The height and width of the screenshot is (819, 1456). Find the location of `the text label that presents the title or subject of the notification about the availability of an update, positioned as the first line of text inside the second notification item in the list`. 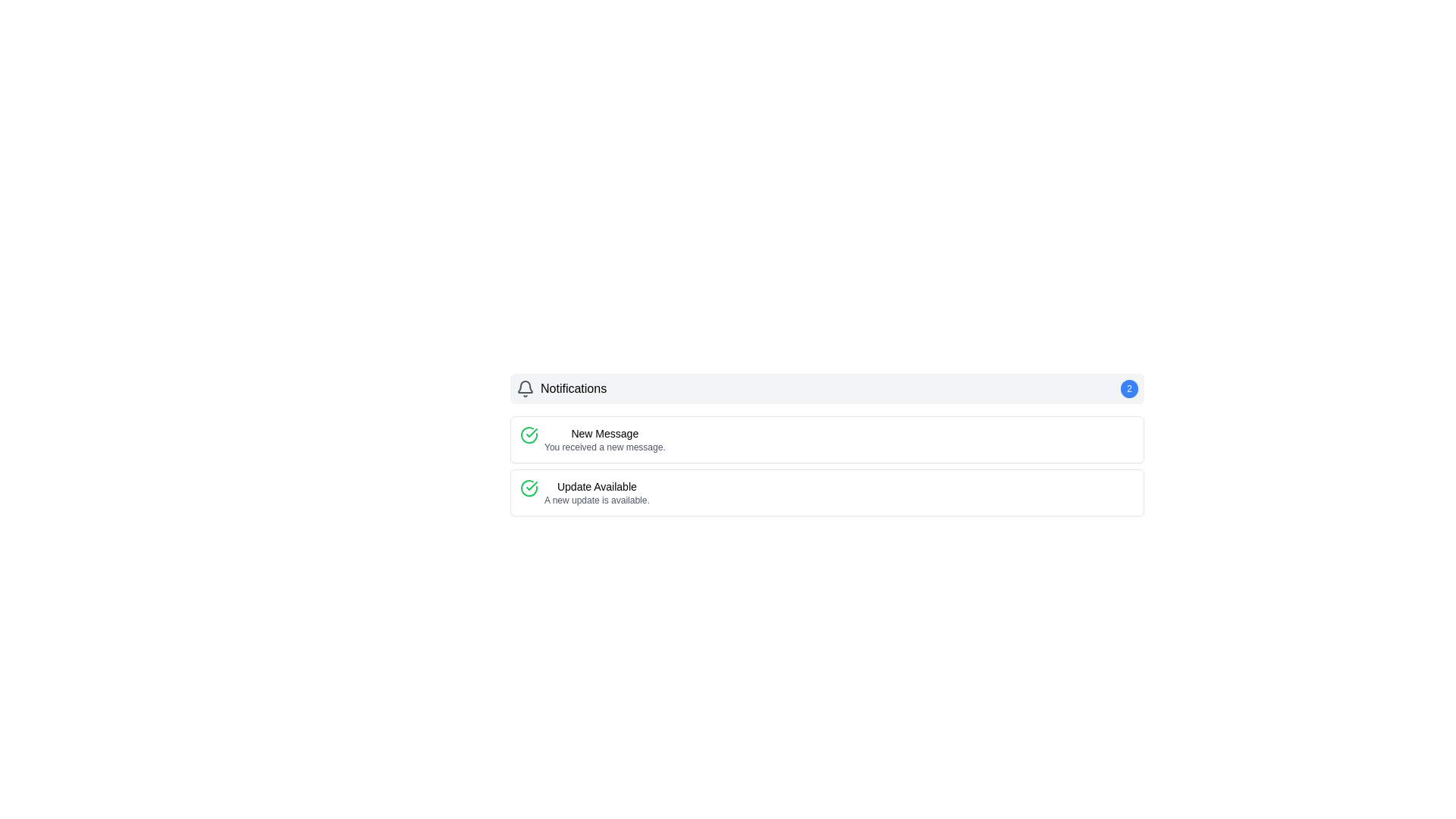

the text label that presents the title or subject of the notification about the availability of an update, positioned as the first line of text inside the second notification item in the list is located at coordinates (596, 486).